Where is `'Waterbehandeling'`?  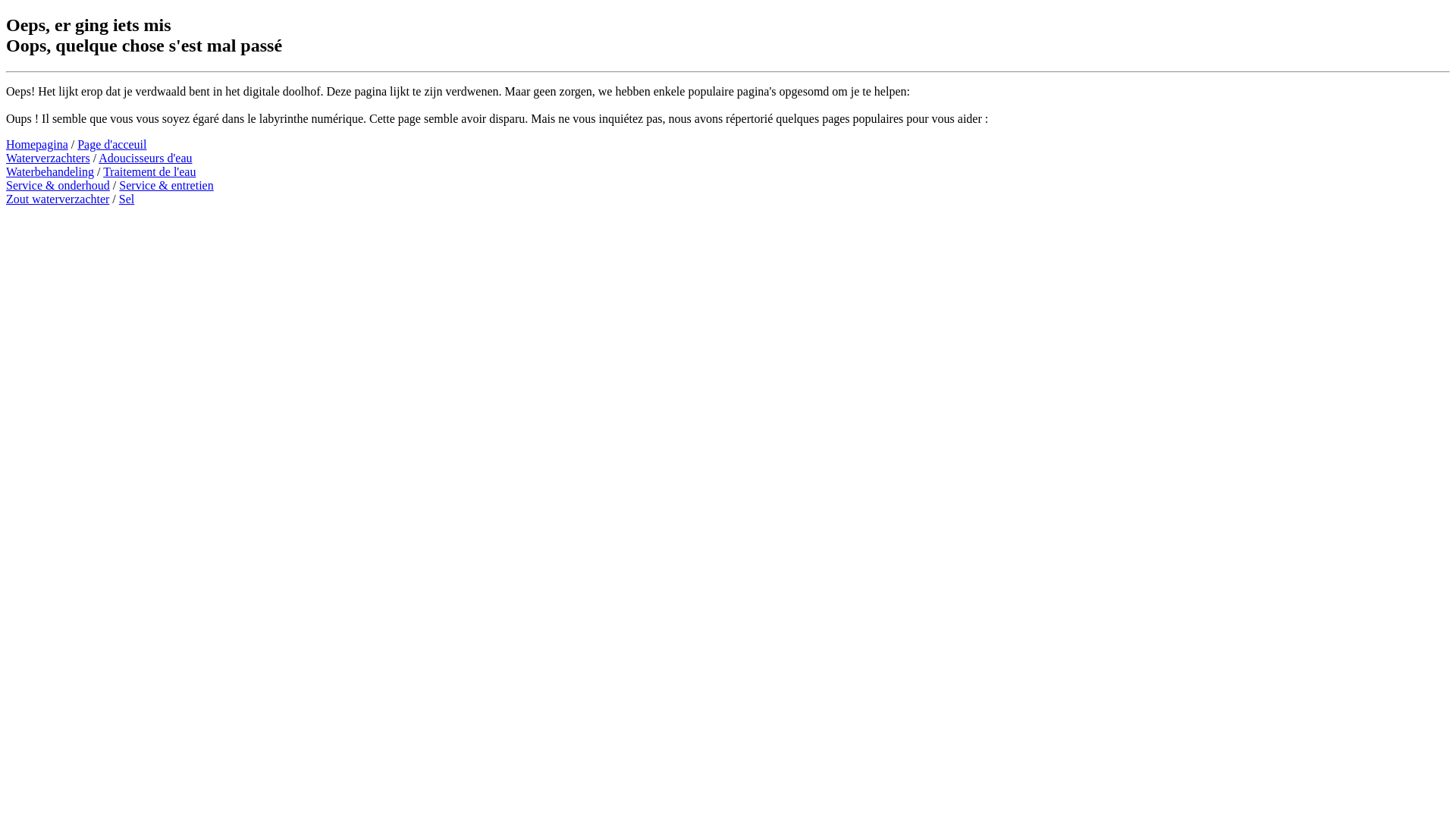 'Waterbehandeling' is located at coordinates (50, 171).